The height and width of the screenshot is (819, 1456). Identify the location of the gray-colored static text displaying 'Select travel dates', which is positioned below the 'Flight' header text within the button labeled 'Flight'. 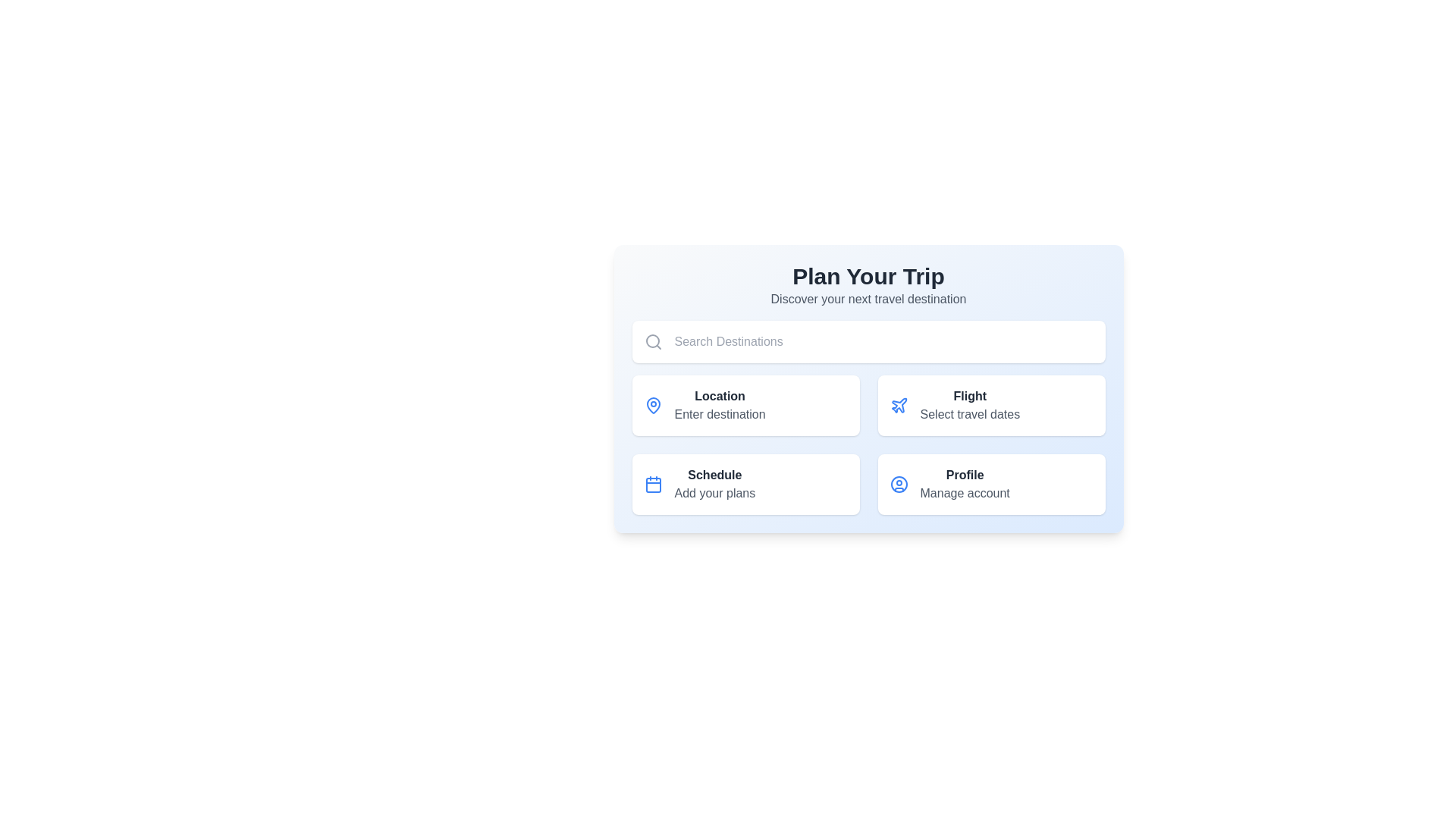
(969, 415).